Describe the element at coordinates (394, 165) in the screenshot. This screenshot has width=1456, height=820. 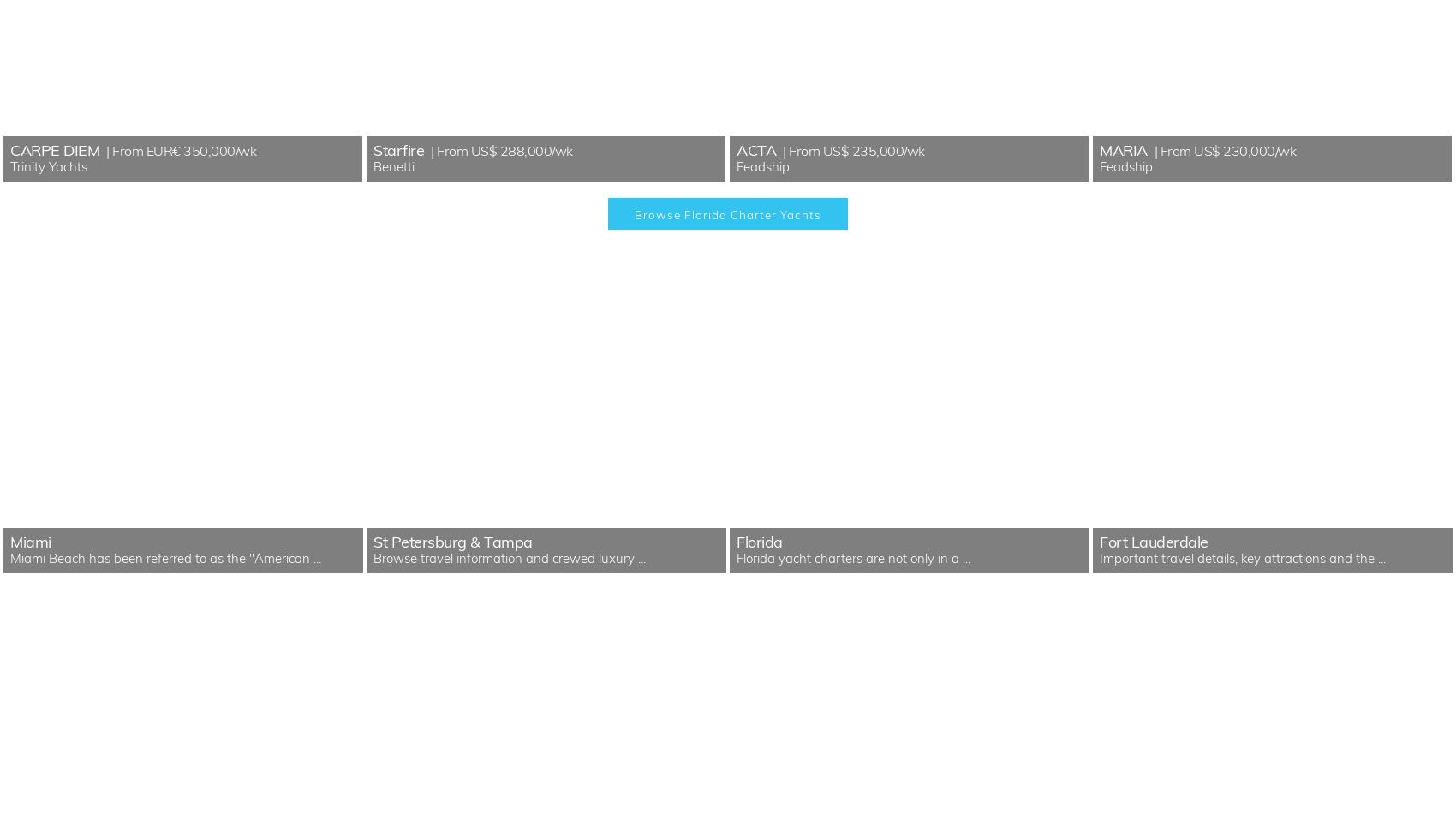
I see `'Benetti'` at that location.